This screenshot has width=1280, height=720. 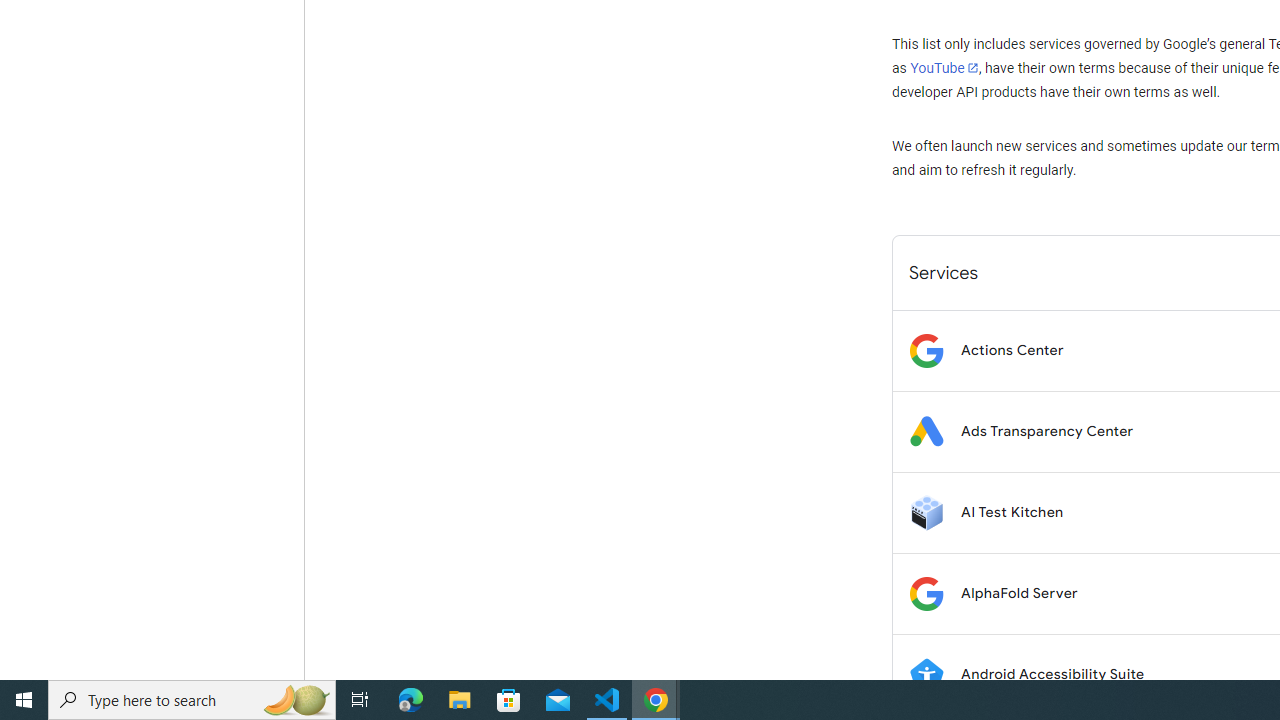 What do you see at coordinates (925, 349) in the screenshot?
I see `'Logo for Actions Center'` at bounding box center [925, 349].